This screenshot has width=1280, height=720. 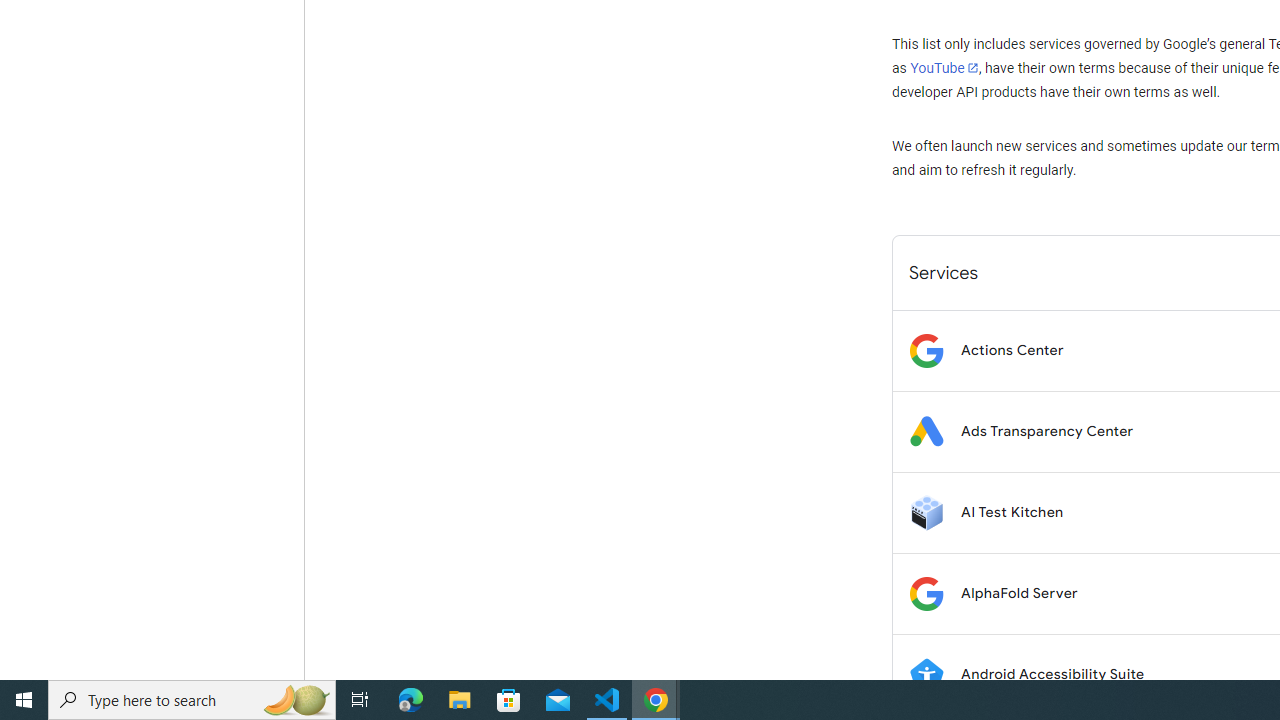 What do you see at coordinates (925, 349) in the screenshot?
I see `'Logo for Actions Center'` at bounding box center [925, 349].